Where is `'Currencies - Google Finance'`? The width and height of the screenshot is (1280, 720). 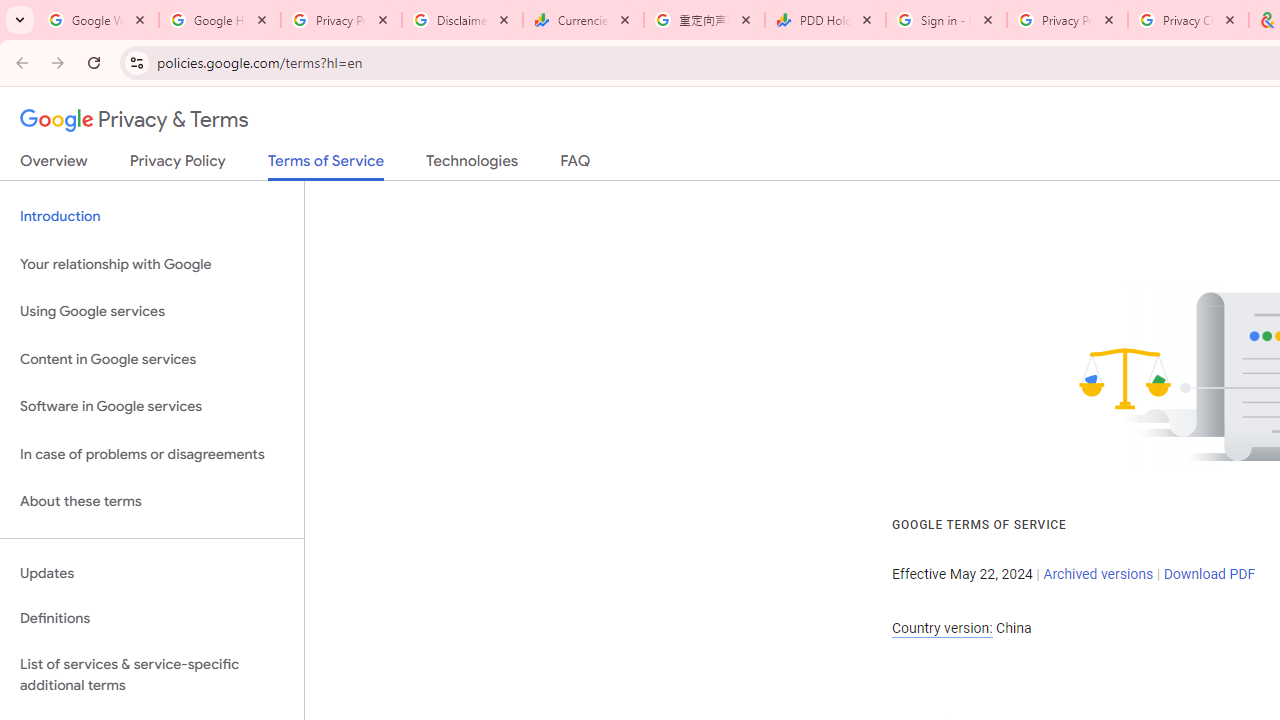
'Currencies - Google Finance' is located at coordinates (582, 20).